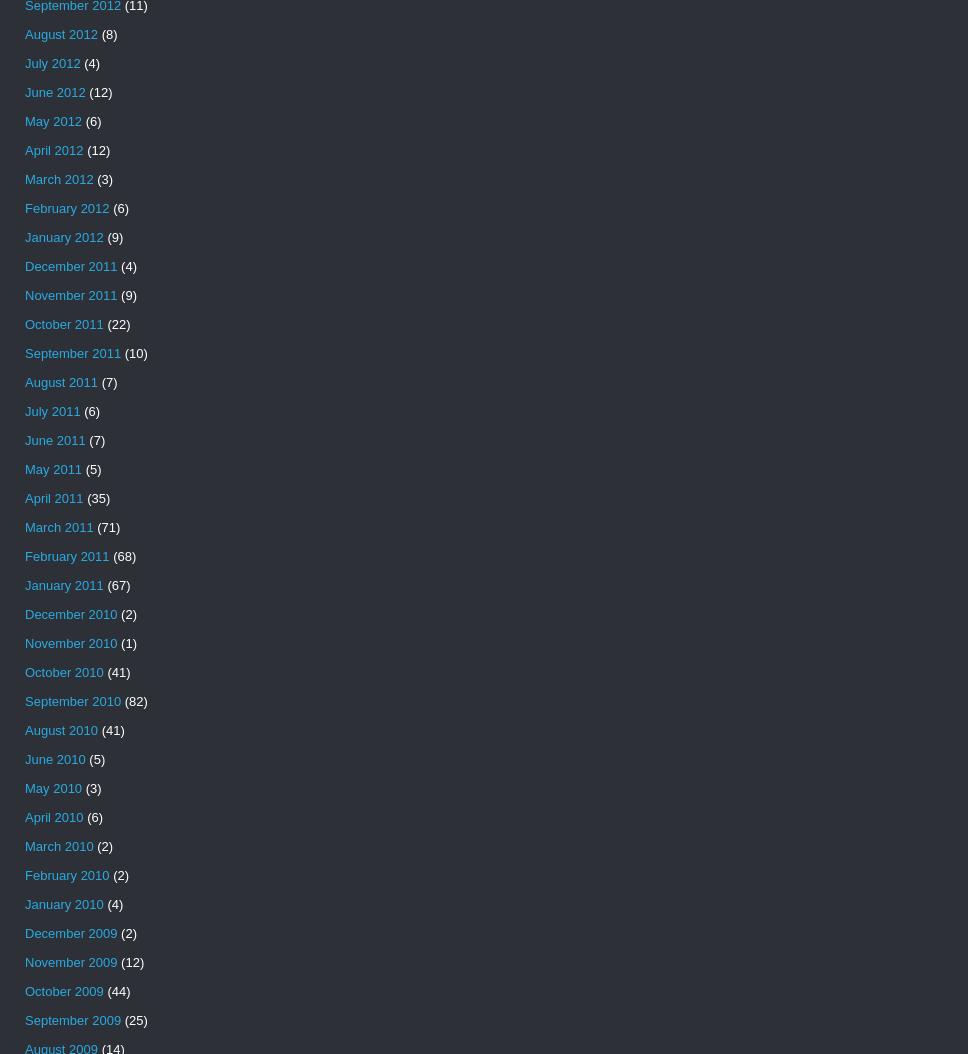 This screenshot has width=968, height=1054. What do you see at coordinates (132, 700) in the screenshot?
I see `'(82)'` at bounding box center [132, 700].